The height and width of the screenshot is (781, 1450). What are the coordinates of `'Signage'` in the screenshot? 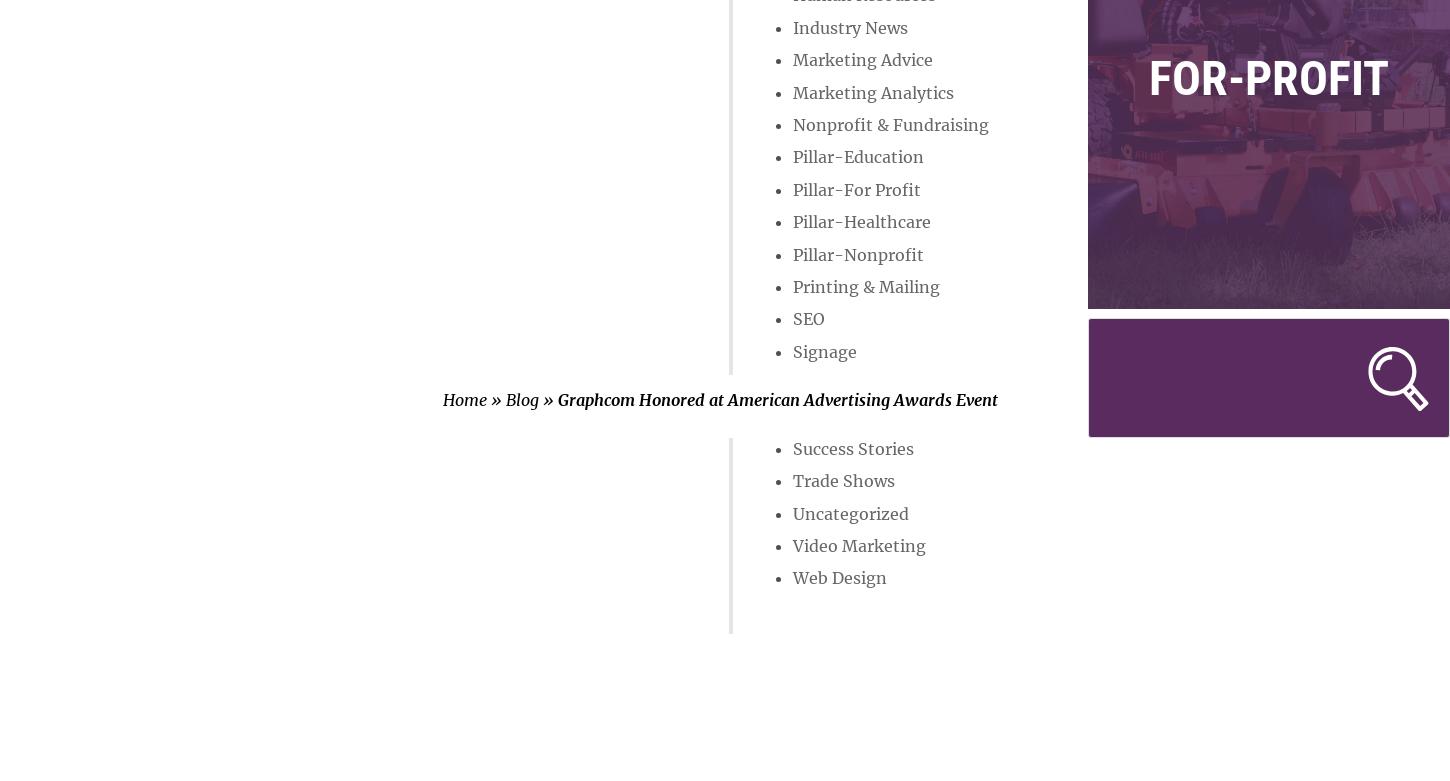 It's located at (824, 350).